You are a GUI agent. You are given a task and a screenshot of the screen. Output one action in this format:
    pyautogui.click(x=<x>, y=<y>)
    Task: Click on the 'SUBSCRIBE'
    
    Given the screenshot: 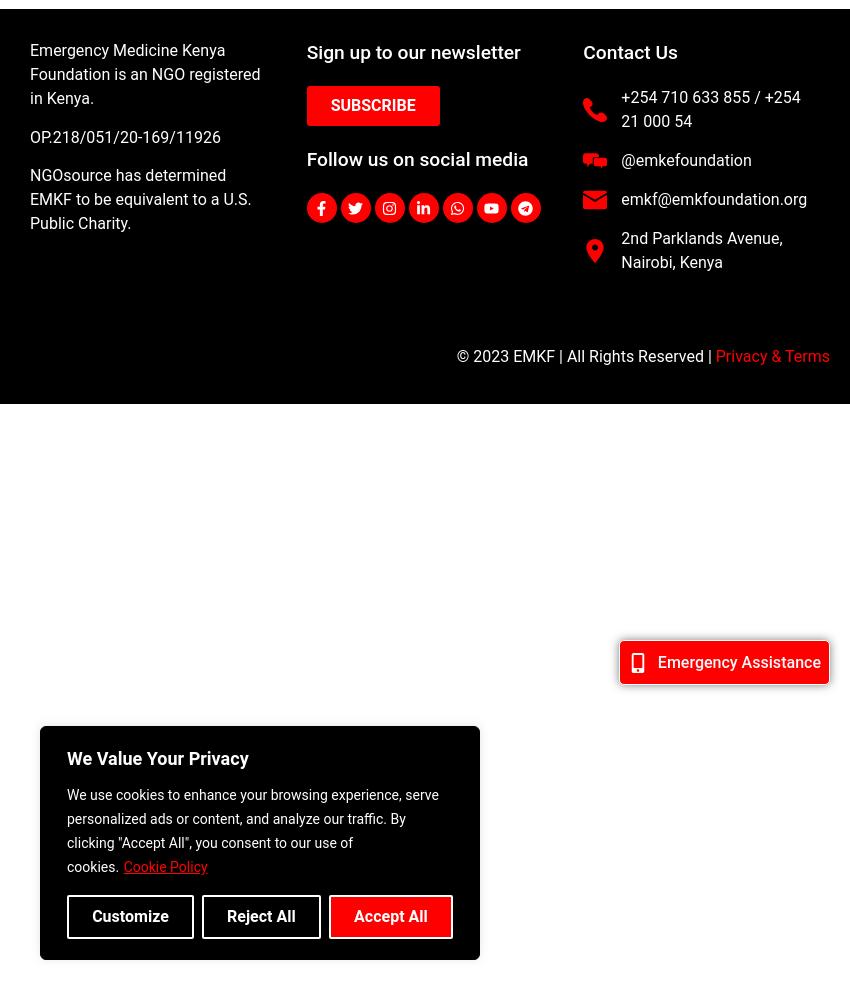 What is the action you would take?
    pyautogui.click(x=371, y=104)
    